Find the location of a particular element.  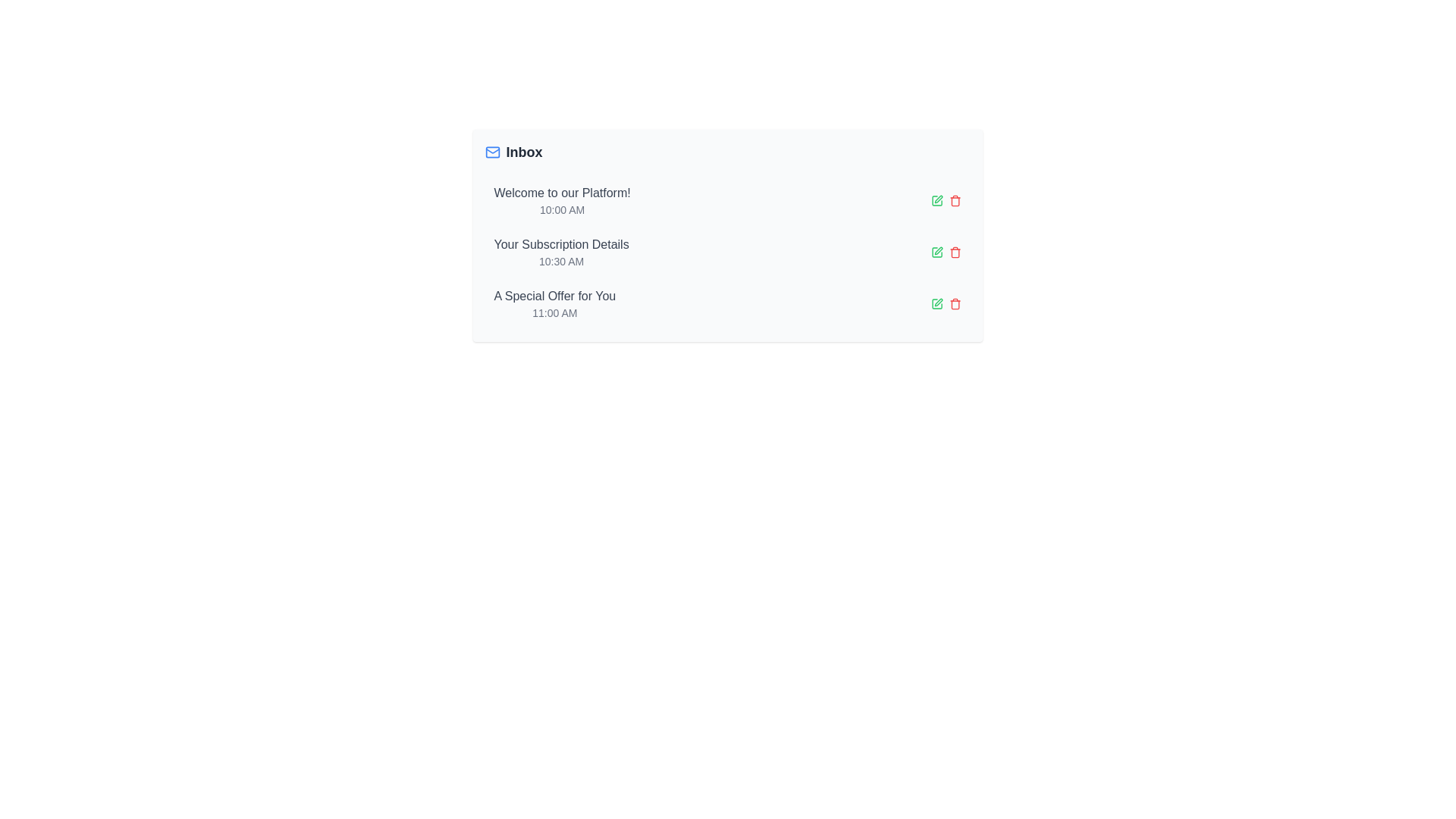

the edit button, which is the first icon in a group of similar icons located to the right of an item in the list, to initiate editing is located at coordinates (936, 304).